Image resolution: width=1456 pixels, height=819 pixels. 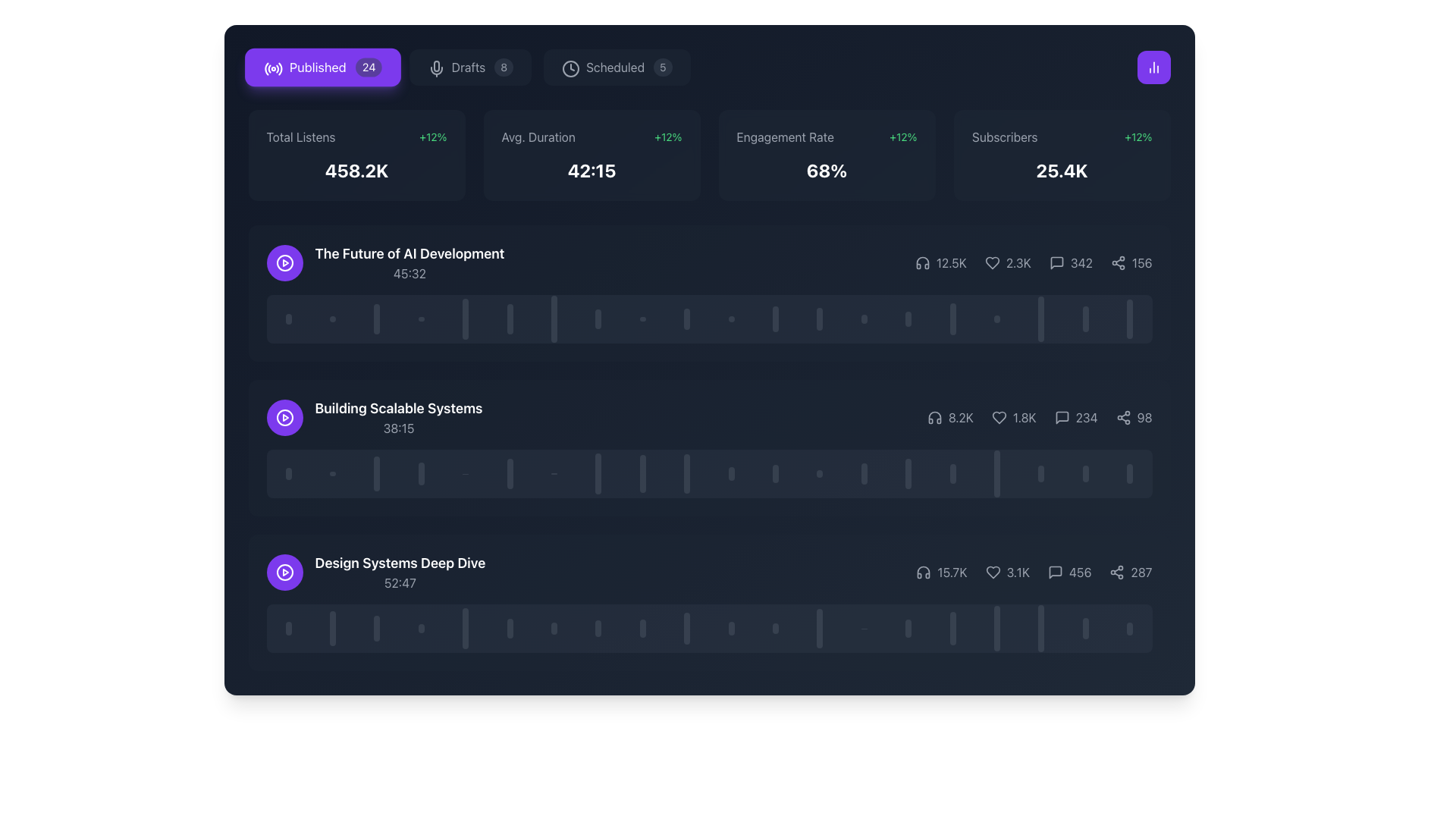 What do you see at coordinates (708, 66) in the screenshot?
I see `the 'Published', 'Drafts', or 'Scheduled' tab in the Tab navigation bar` at bounding box center [708, 66].